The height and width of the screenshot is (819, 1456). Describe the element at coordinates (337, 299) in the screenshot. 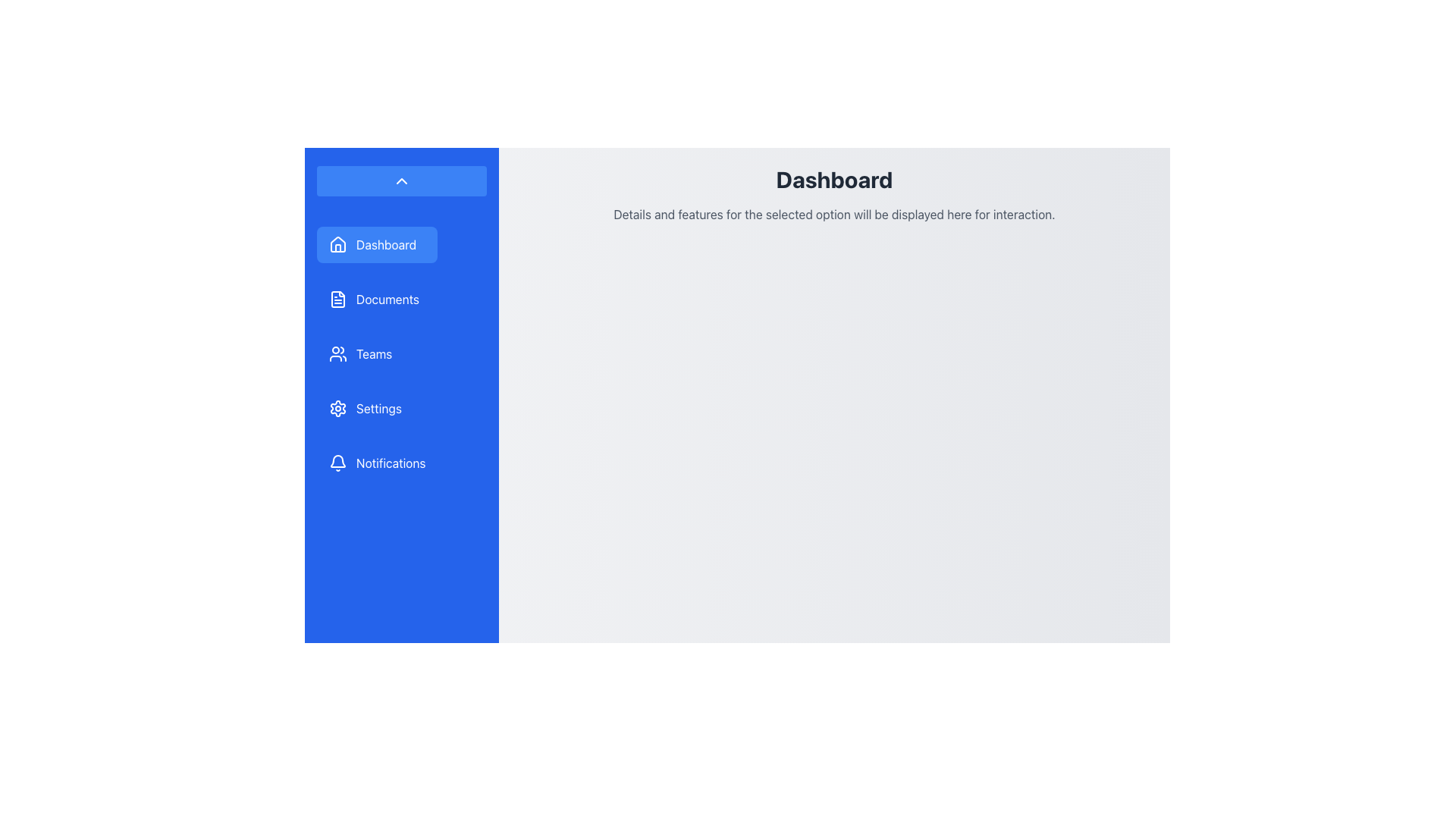

I see `the 'Documents' icon located in the vertical navigation bar, which visually represents the documents section and is positioned next to the text 'Documents'` at that location.